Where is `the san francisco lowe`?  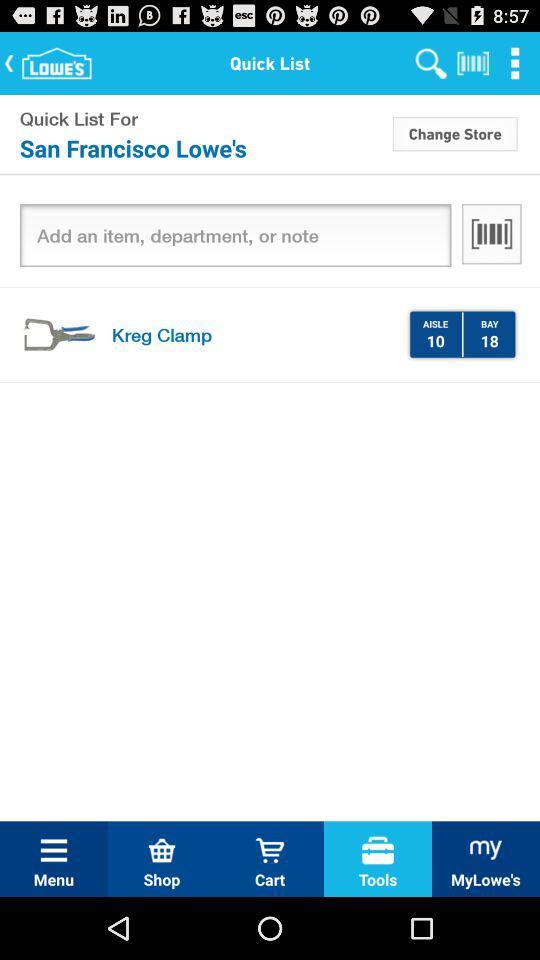 the san francisco lowe is located at coordinates (204, 146).